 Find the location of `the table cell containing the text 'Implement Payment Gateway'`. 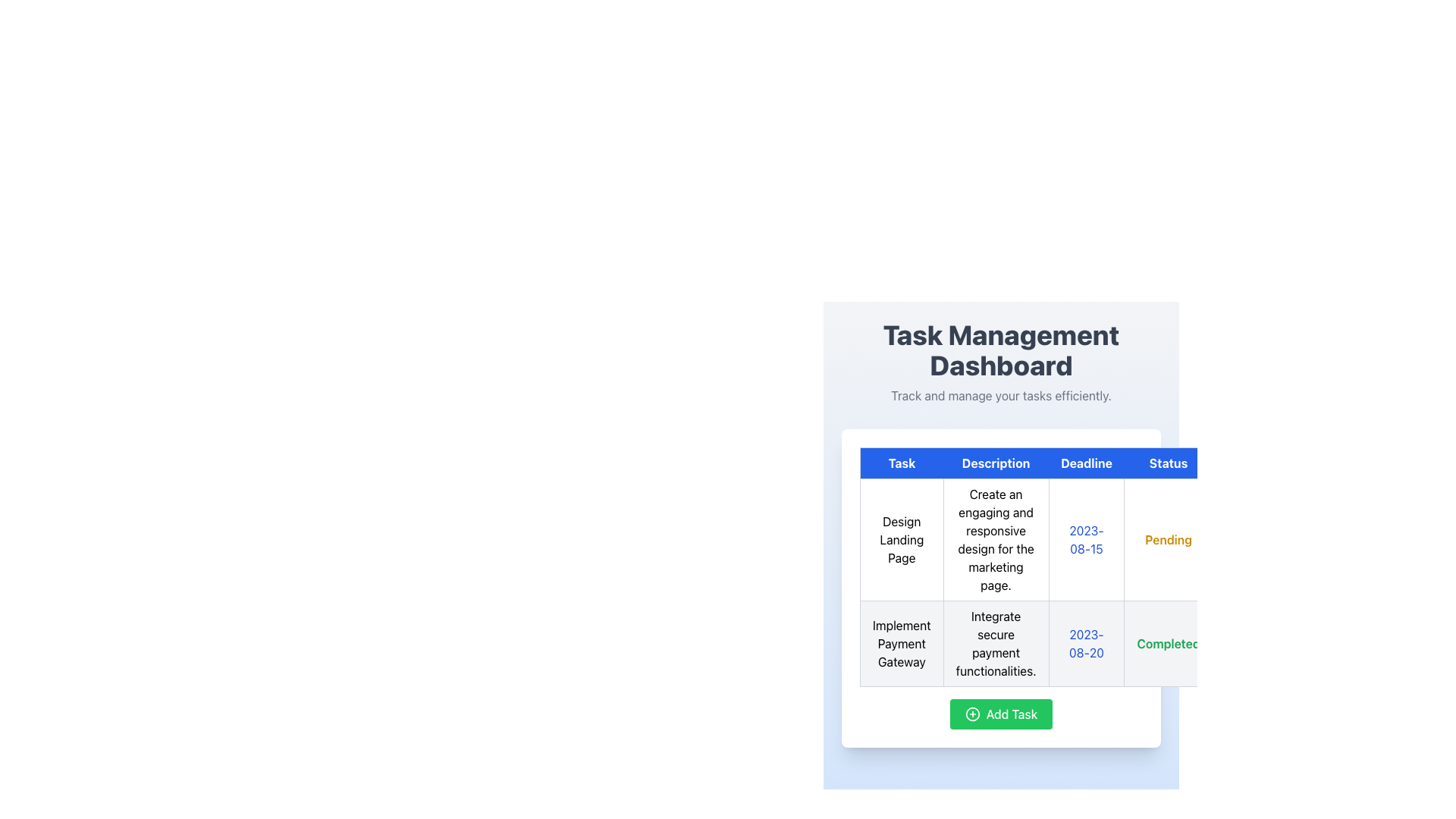

the table cell containing the text 'Implement Payment Gateway' is located at coordinates (902, 643).